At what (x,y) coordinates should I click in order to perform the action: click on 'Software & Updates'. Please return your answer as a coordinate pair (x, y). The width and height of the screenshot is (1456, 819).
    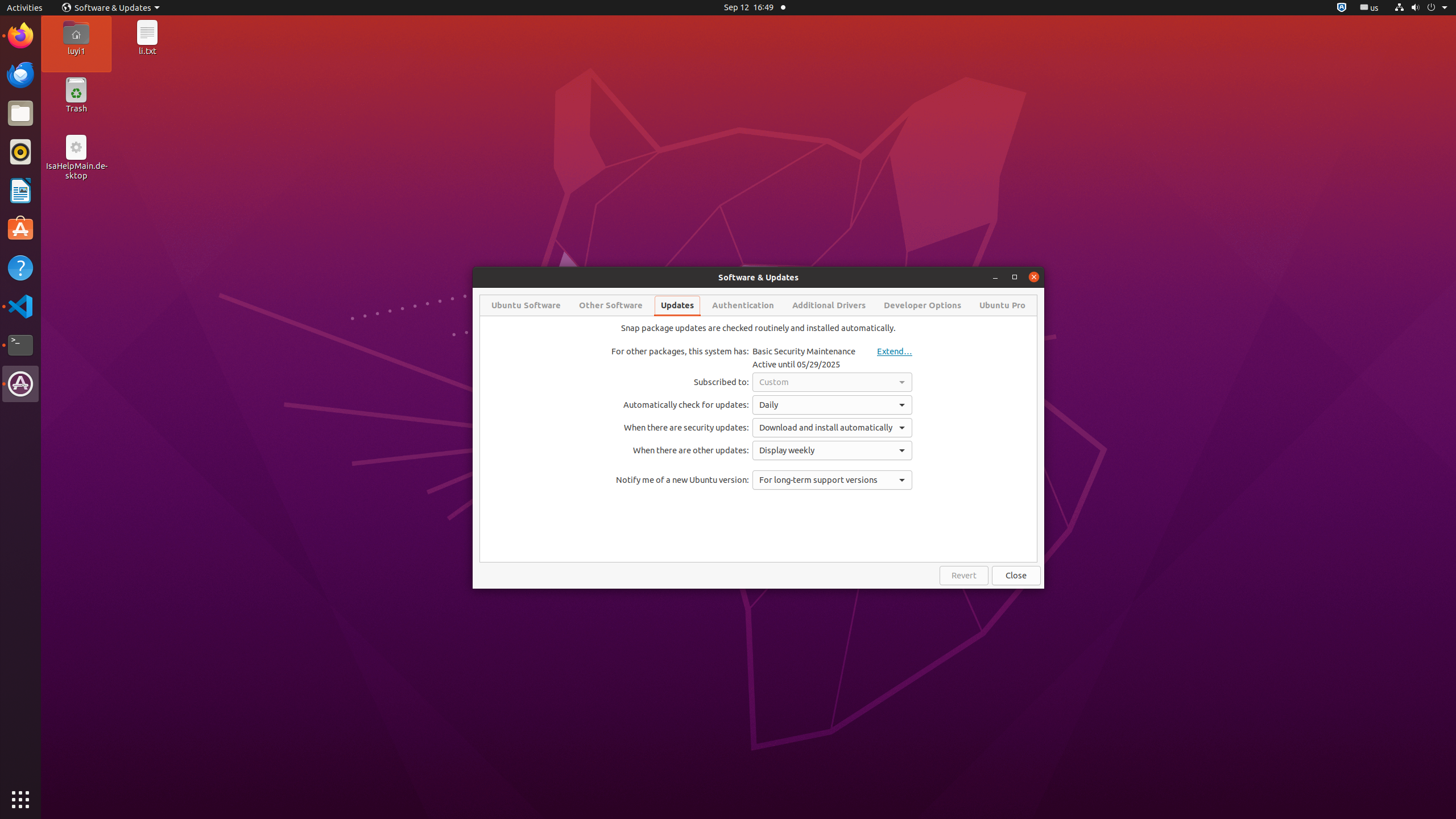
    Looking at the image, I should click on (111, 7).